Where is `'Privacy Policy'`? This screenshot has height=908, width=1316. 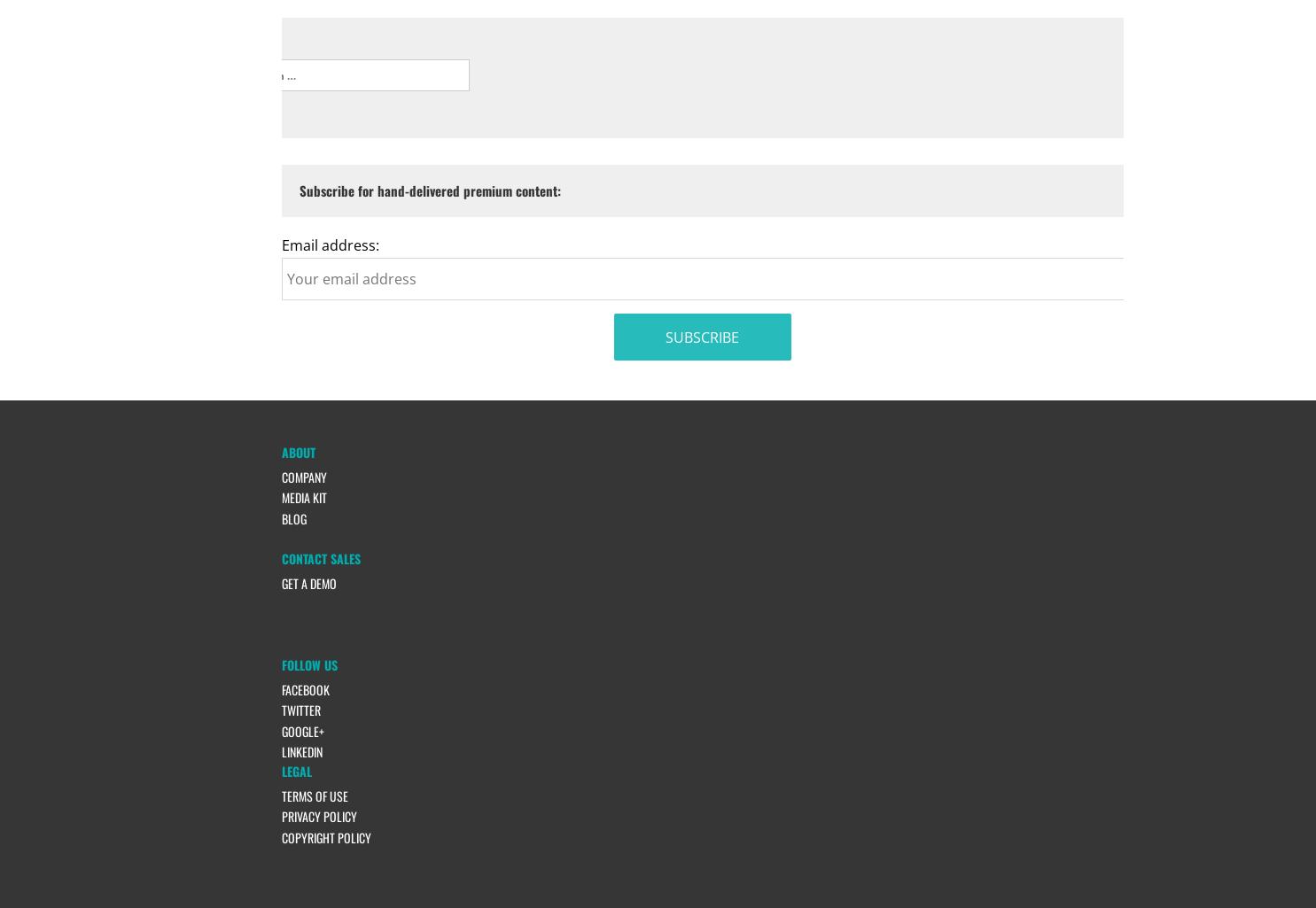
'Privacy Policy' is located at coordinates (317, 815).